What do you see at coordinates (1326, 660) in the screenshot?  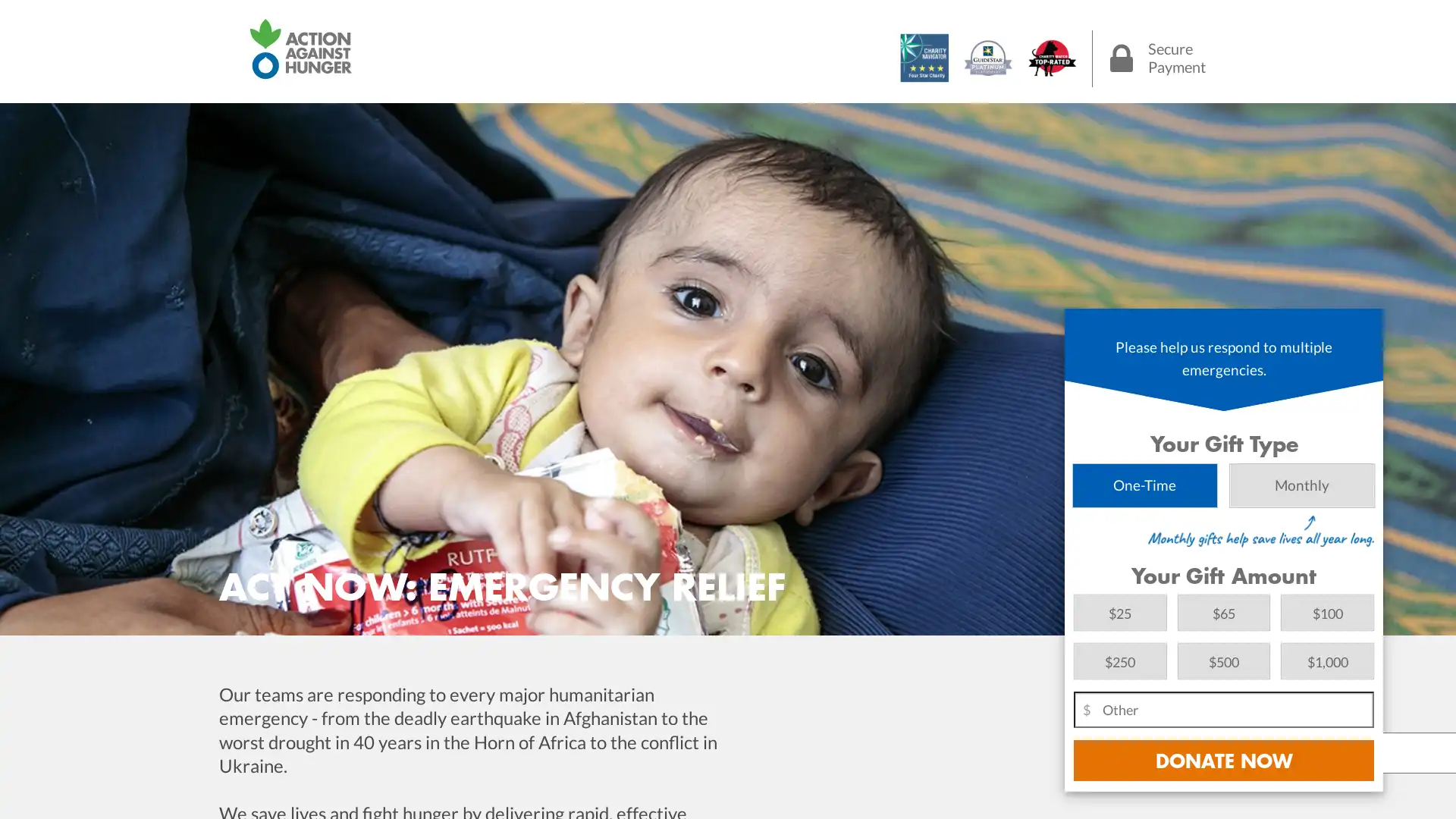 I see `$1,000` at bounding box center [1326, 660].